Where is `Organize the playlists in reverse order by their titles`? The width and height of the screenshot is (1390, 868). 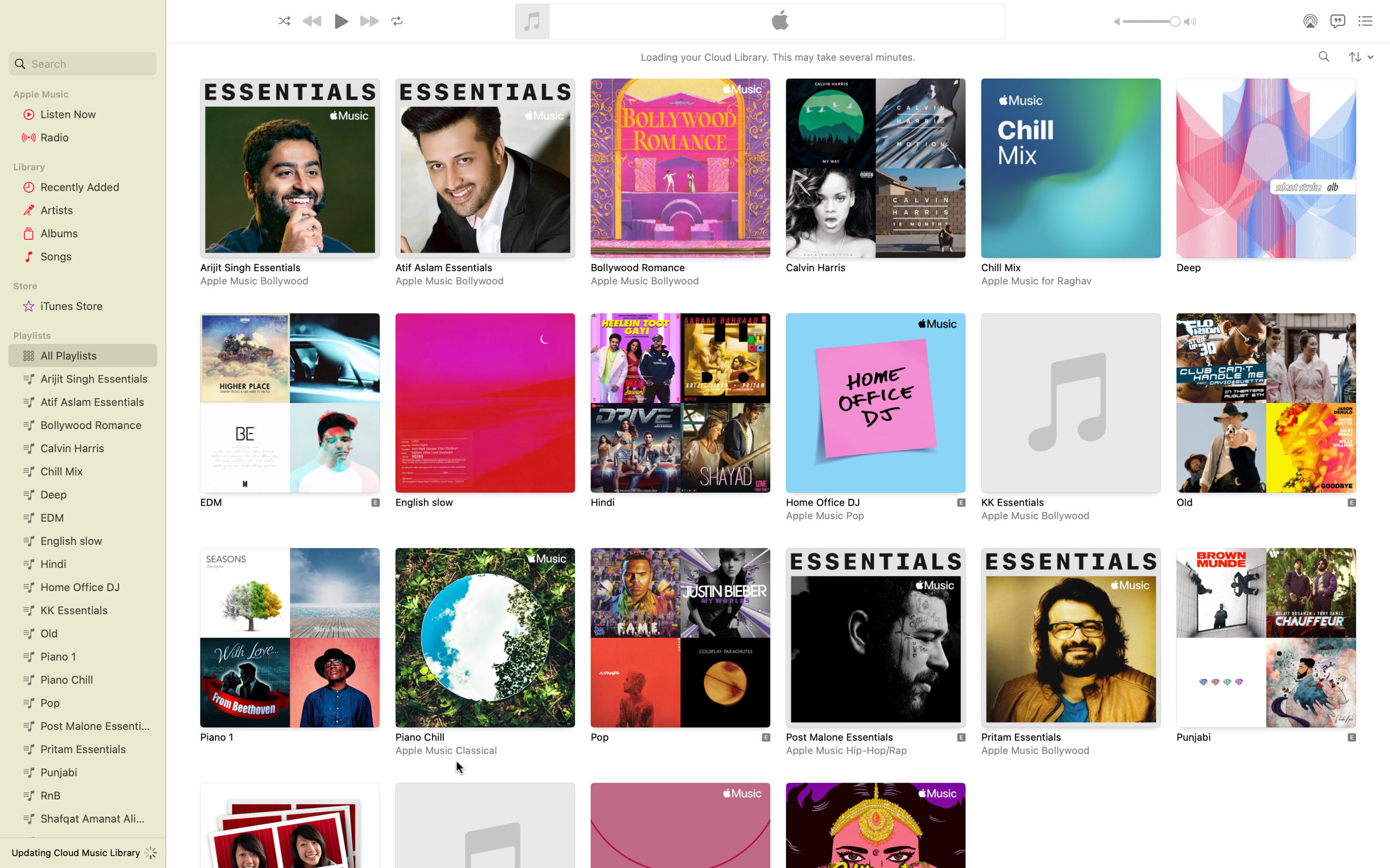
Organize the playlists in reverse order by their titles is located at coordinates (1360, 56).